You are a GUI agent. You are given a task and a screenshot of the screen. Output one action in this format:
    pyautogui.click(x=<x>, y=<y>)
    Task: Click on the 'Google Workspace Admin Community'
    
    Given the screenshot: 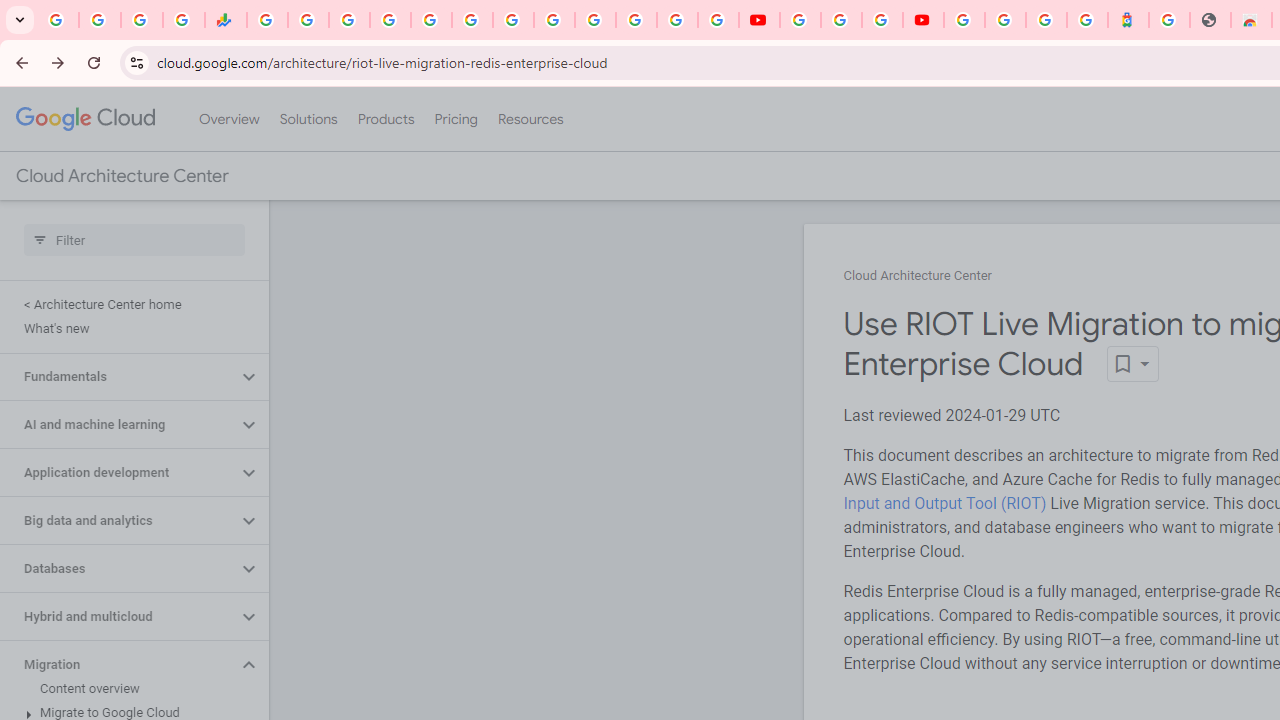 What is the action you would take?
    pyautogui.click(x=58, y=20)
    